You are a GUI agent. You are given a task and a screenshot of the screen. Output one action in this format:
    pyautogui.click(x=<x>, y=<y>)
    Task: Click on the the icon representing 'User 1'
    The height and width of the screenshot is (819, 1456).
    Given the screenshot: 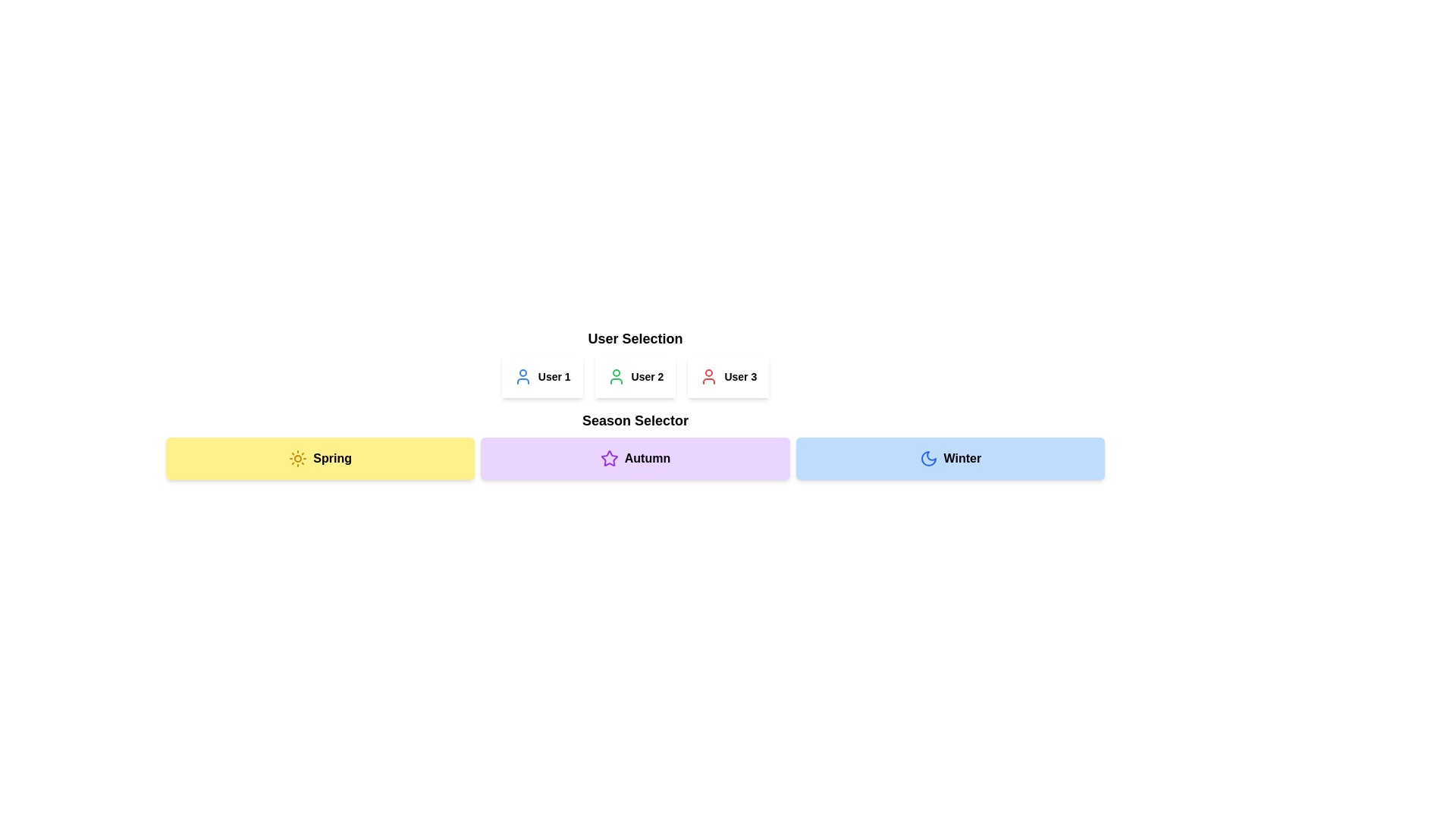 What is the action you would take?
    pyautogui.click(x=522, y=376)
    